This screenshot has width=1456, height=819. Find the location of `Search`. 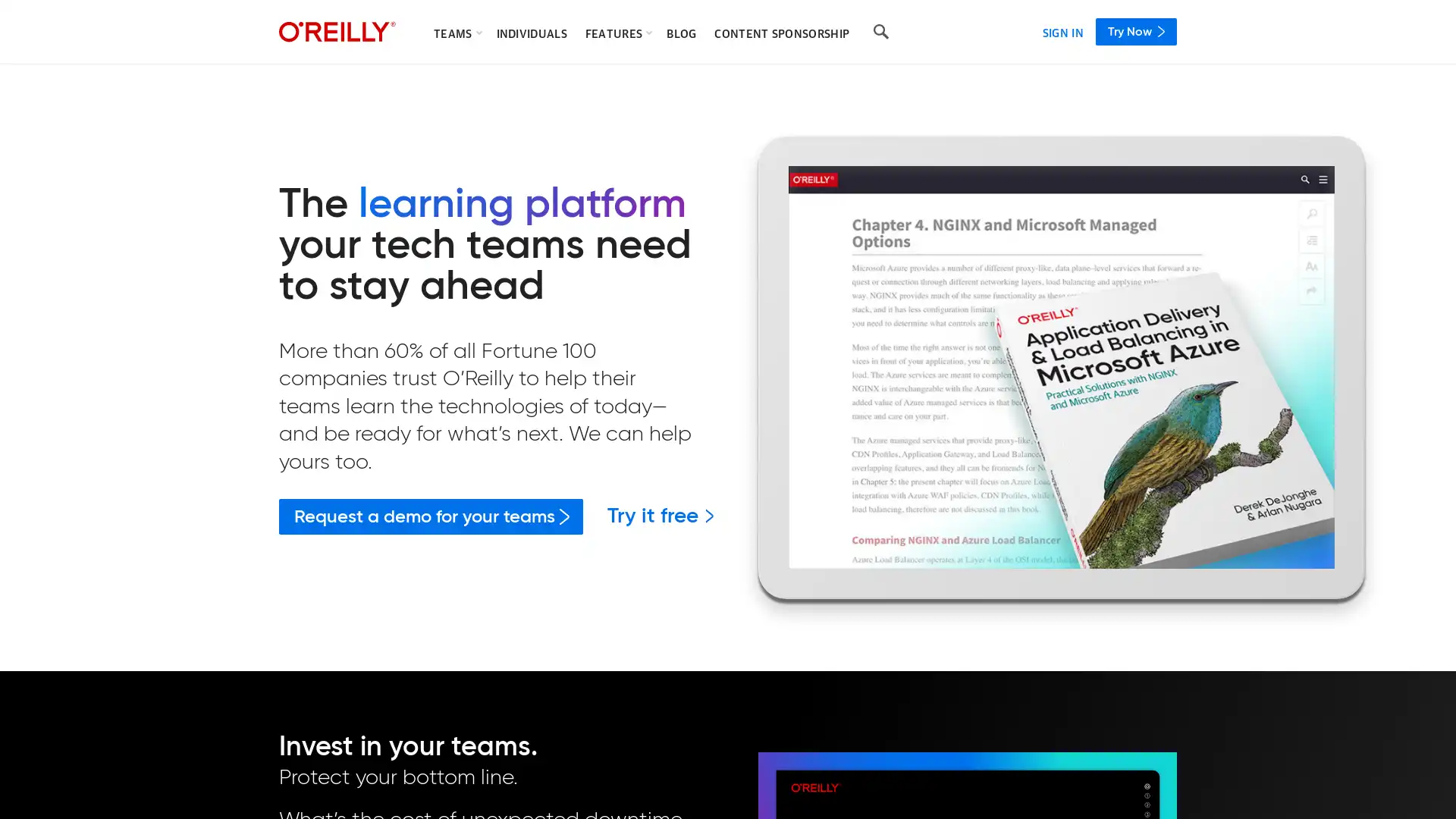

Search is located at coordinates (880, 32).